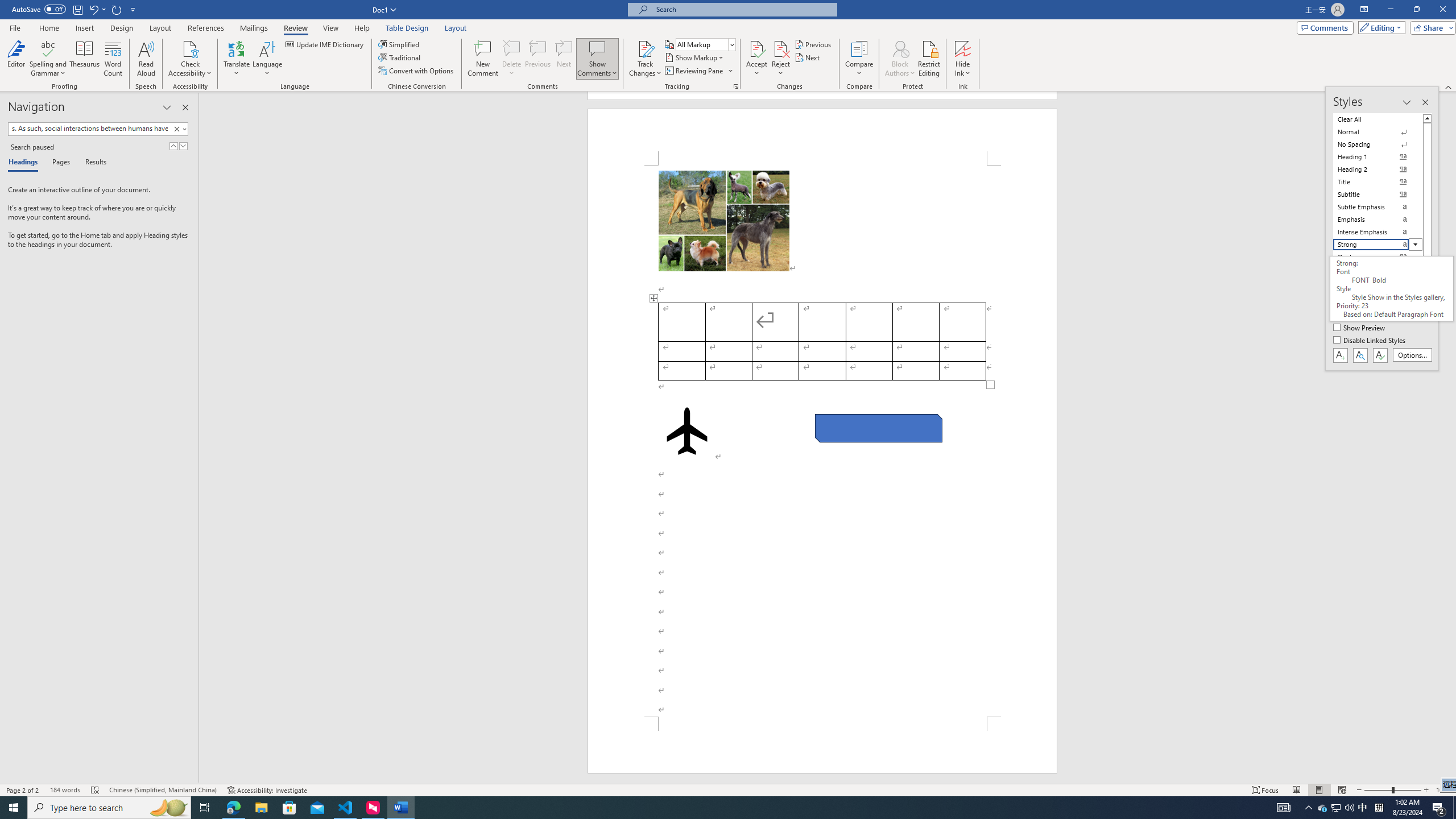  What do you see at coordinates (91, 163) in the screenshot?
I see `'Results'` at bounding box center [91, 163].